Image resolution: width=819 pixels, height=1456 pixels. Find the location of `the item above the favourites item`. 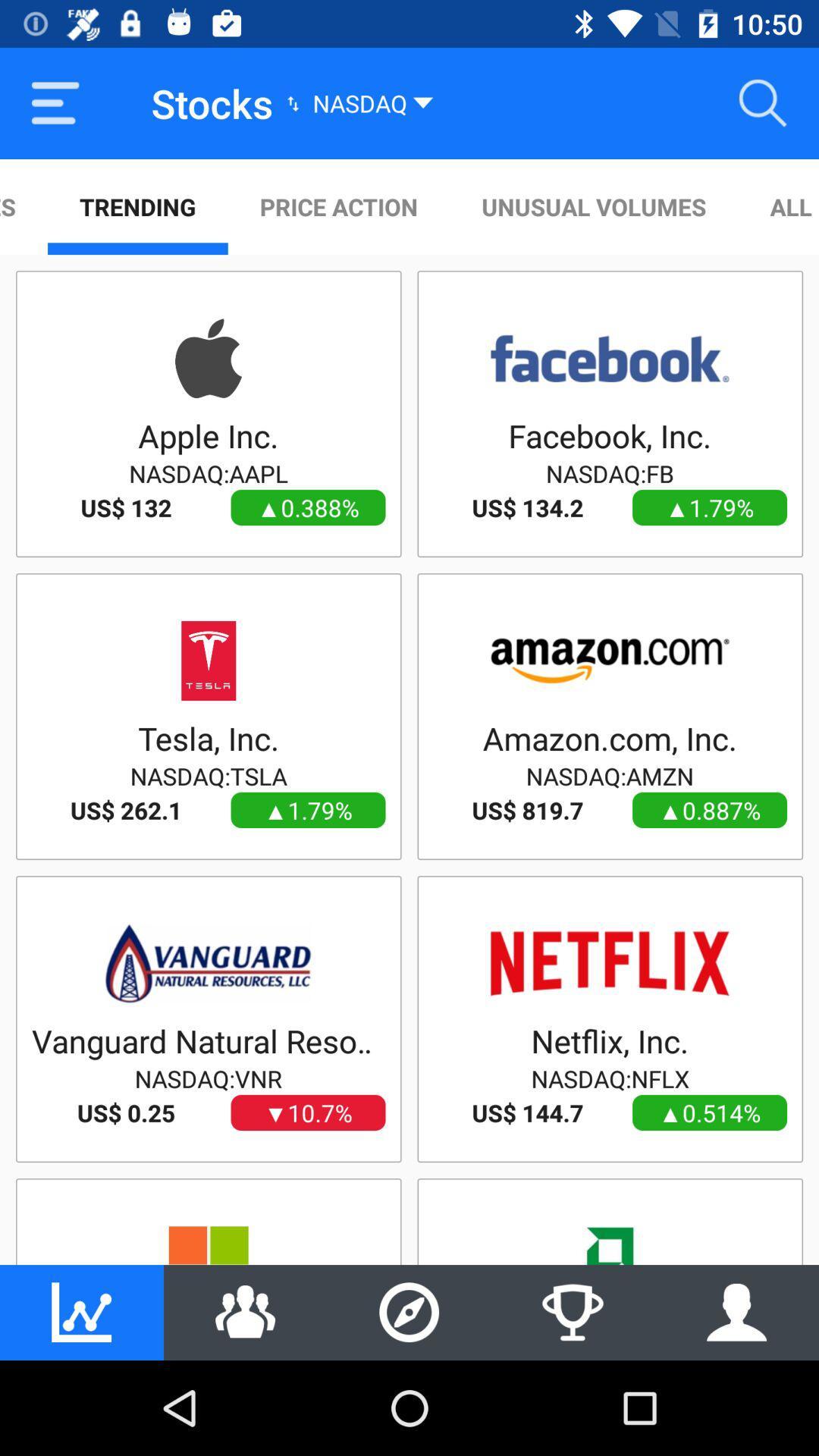

the item above the favourites item is located at coordinates (55, 102).